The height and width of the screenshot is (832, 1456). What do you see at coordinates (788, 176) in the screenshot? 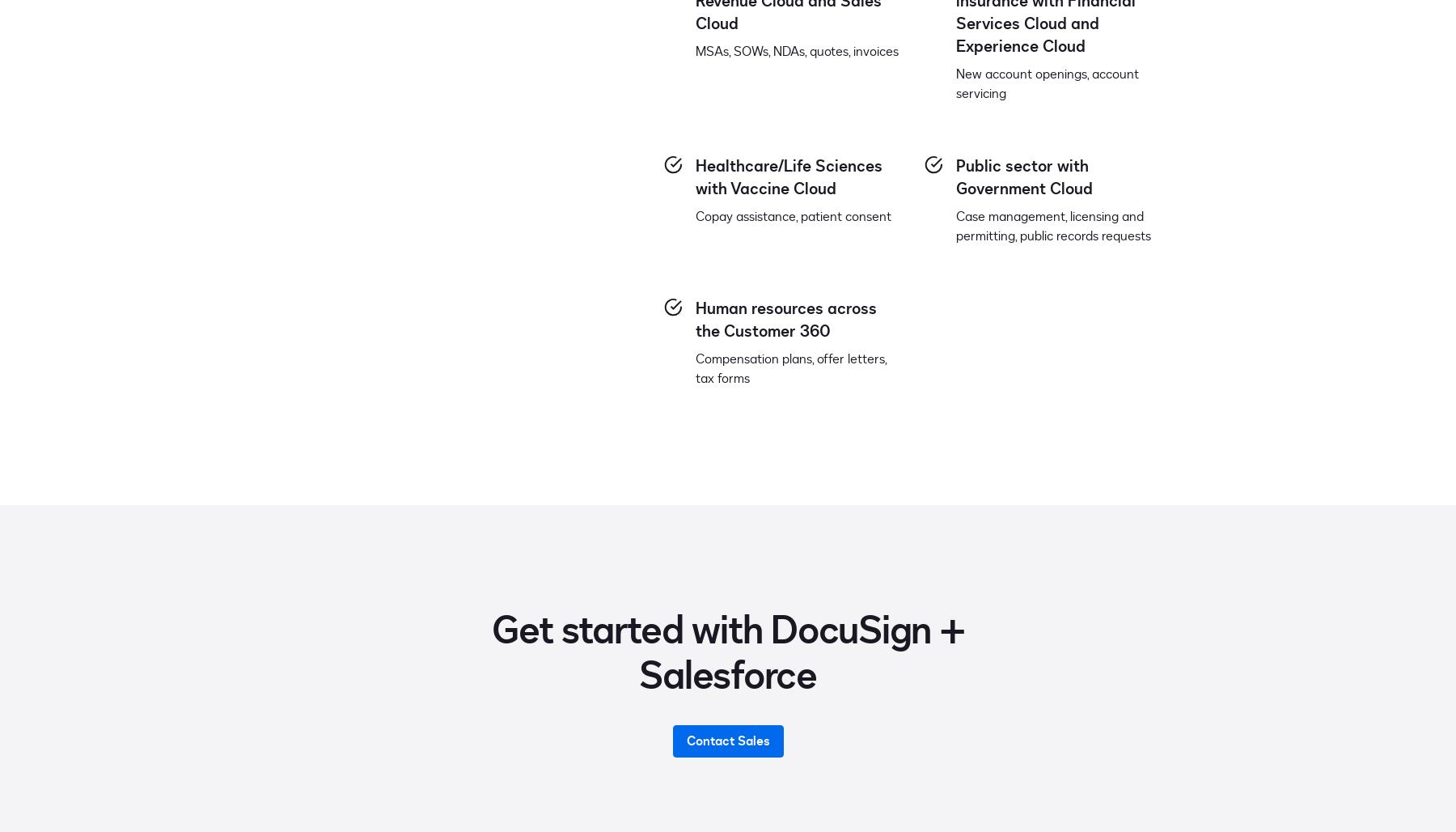
I see `'Healthcare/Life Sciences with Vaccine Cloud'` at bounding box center [788, 176].